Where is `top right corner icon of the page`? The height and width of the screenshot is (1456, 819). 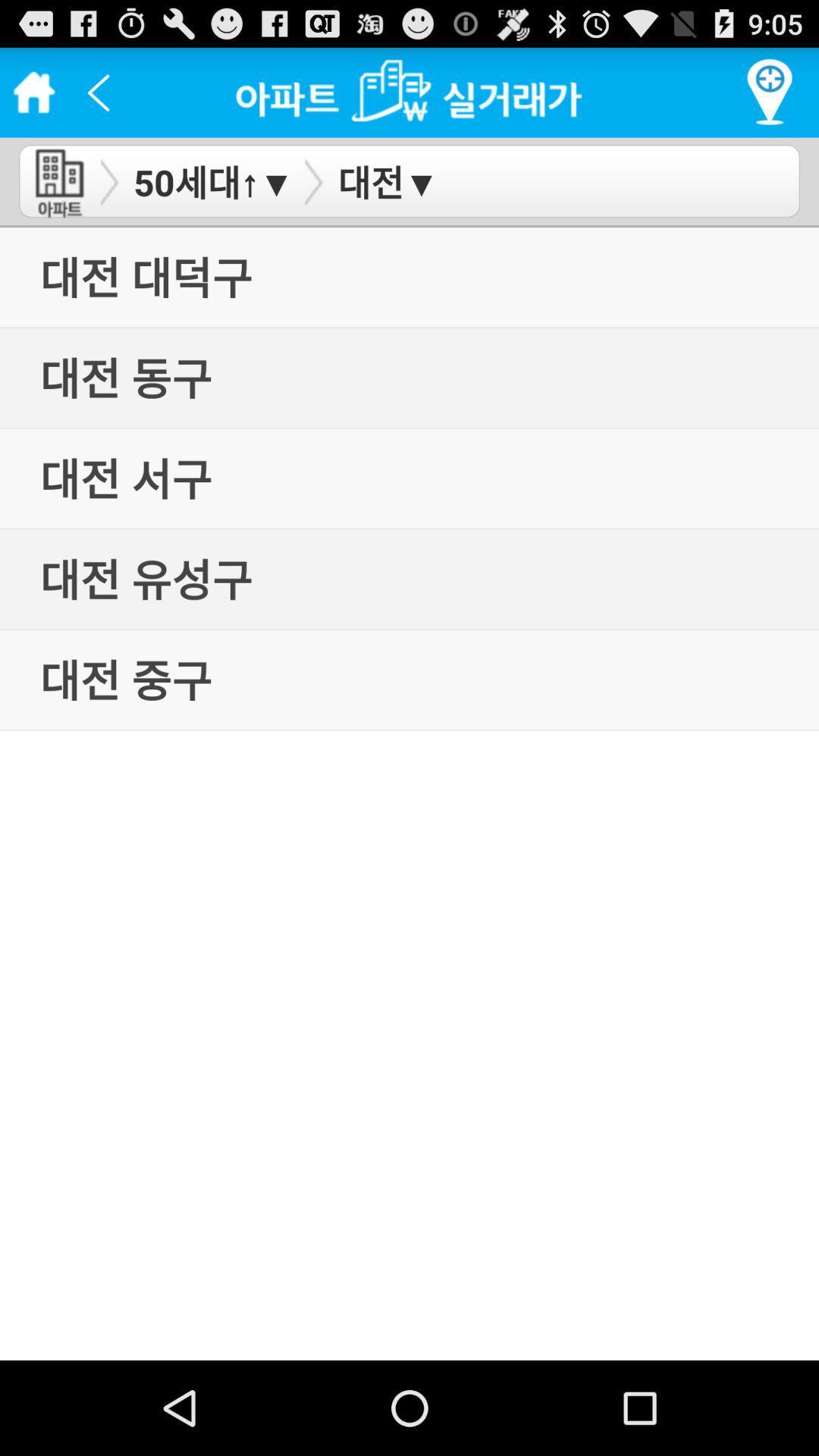
top right corner icon of the page is located at coordinates (769, 92).